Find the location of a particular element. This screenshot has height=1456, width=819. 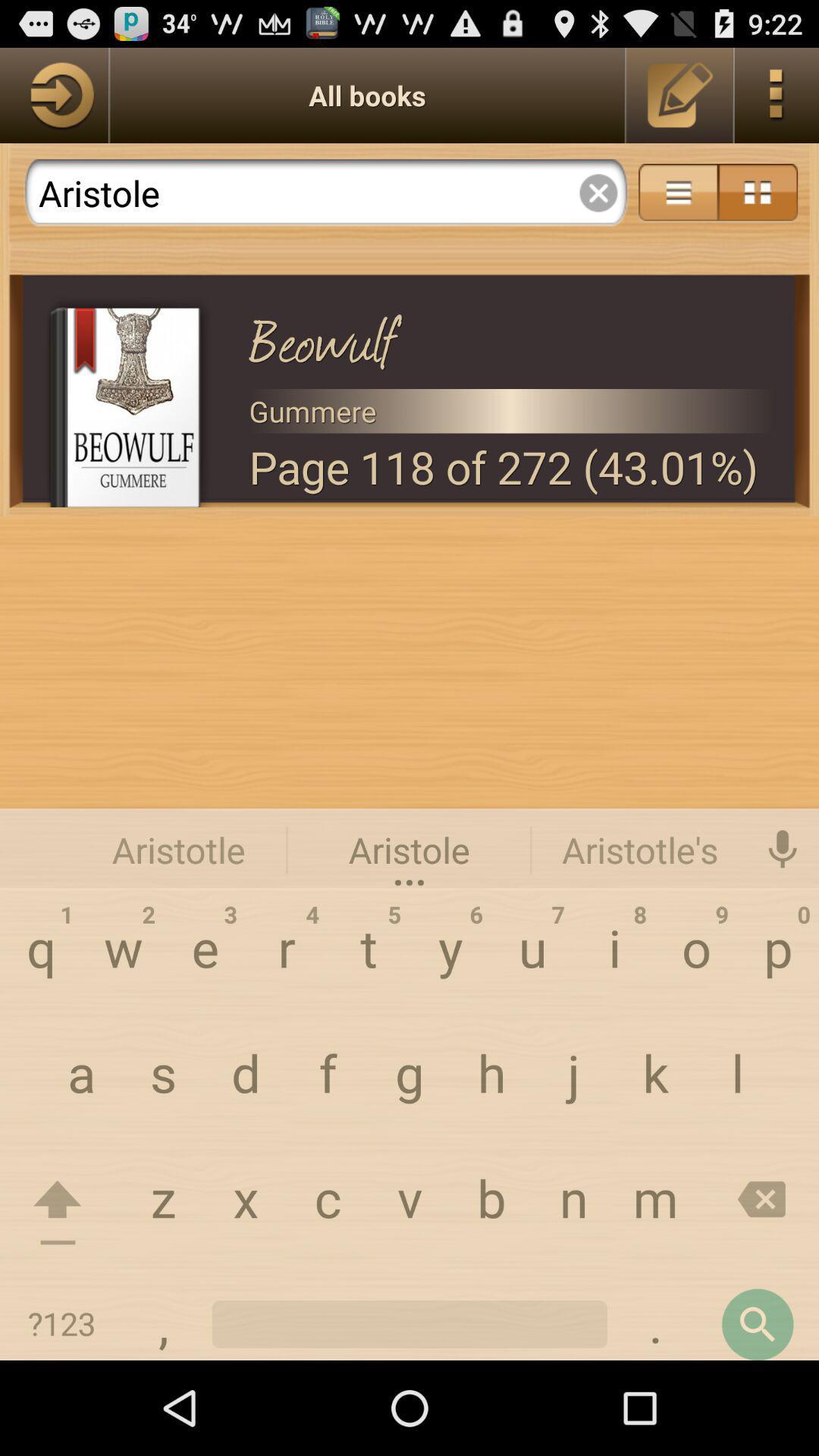

menu is located at coordinates (677, 192).